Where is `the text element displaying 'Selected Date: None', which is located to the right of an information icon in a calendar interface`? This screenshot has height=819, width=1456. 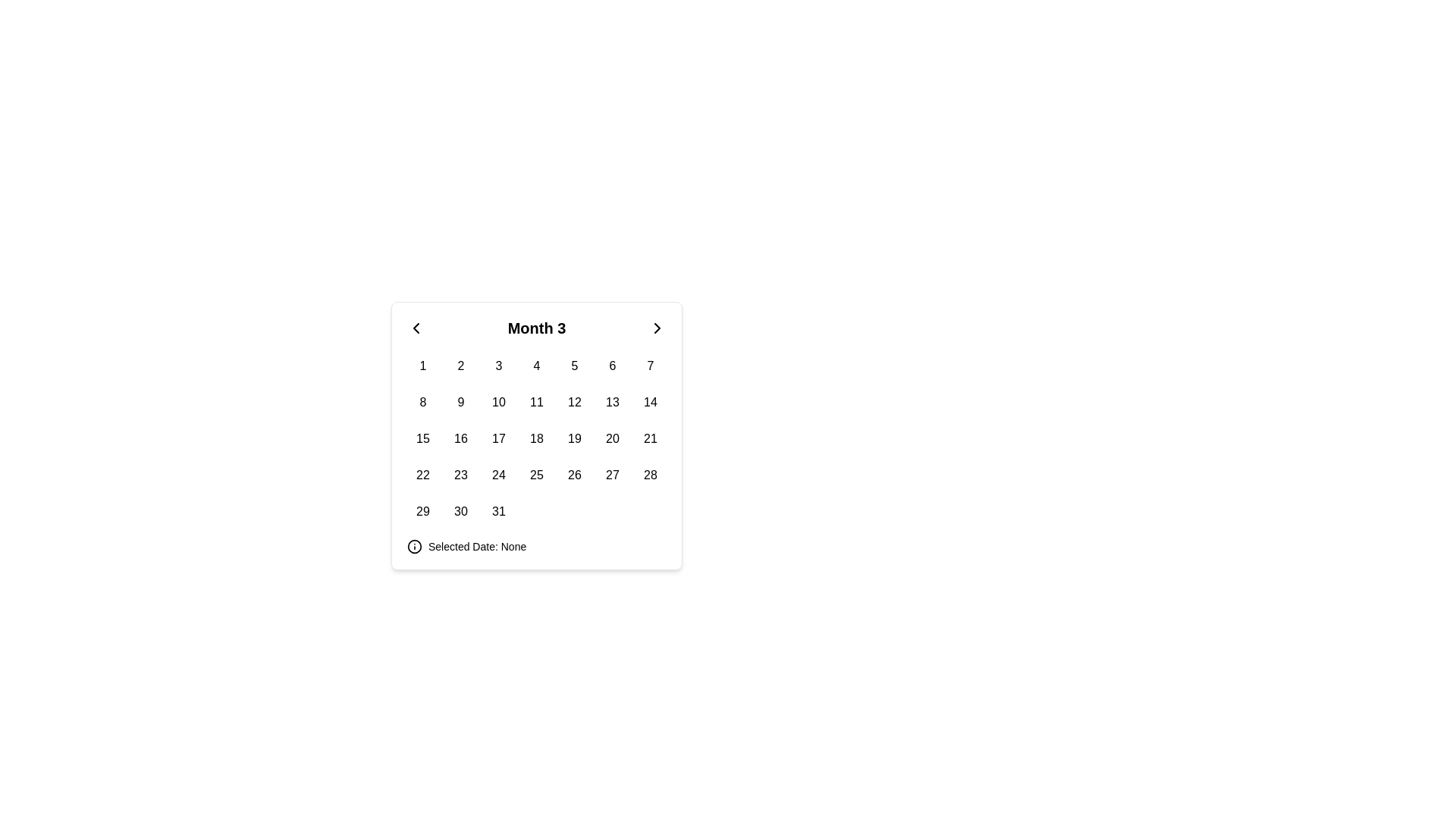
the text element displaying 'Selected Date: None', which is located to the right of an information icon in a calendar interface is located at coordinates (476, 547).